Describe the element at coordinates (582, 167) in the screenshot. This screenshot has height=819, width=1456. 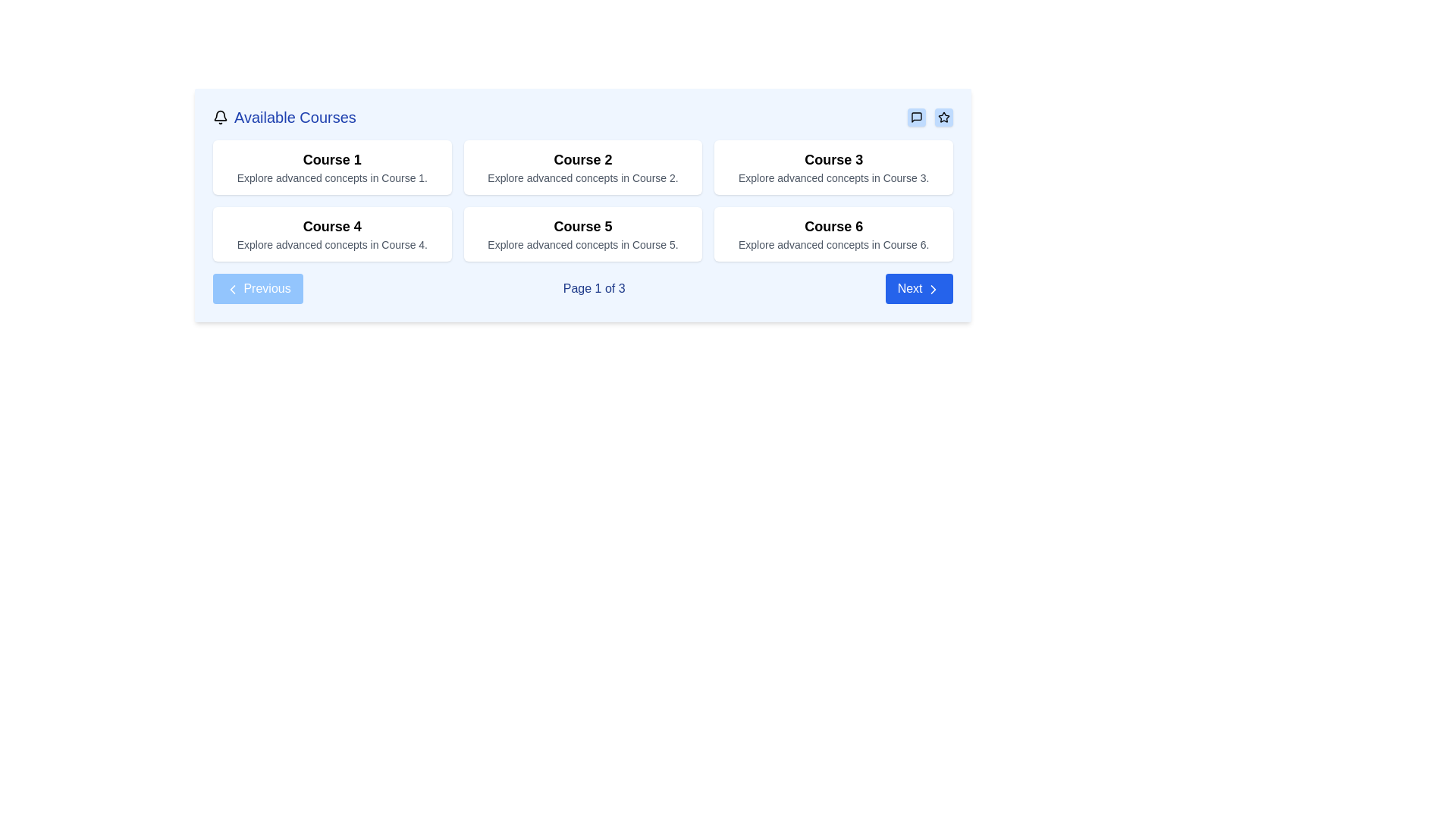
I see `the static visual representation of the course titled 'Course 2' which is the second card in a grid layout of courses` at that location.